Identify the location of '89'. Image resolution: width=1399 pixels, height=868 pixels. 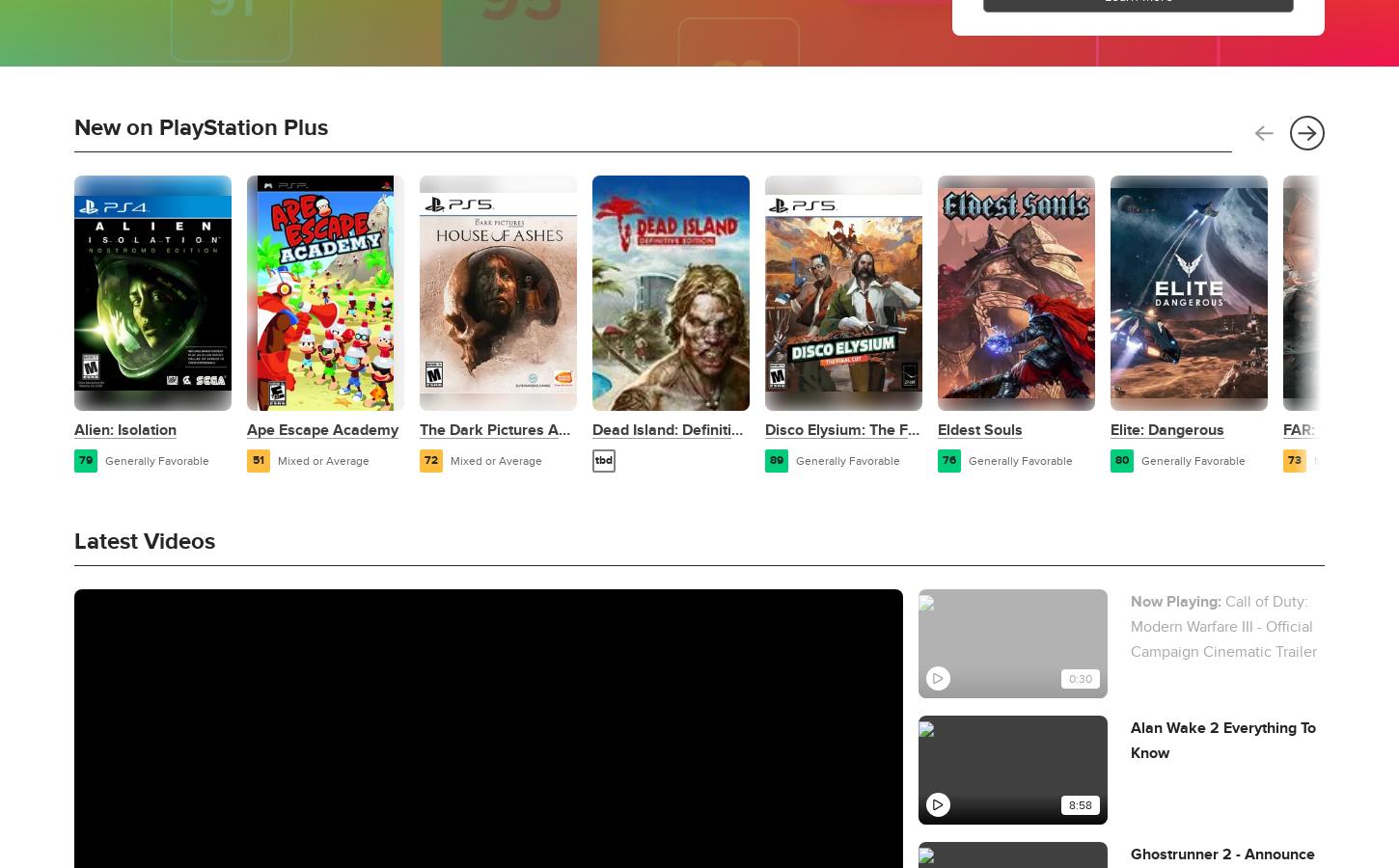
(769, 459).